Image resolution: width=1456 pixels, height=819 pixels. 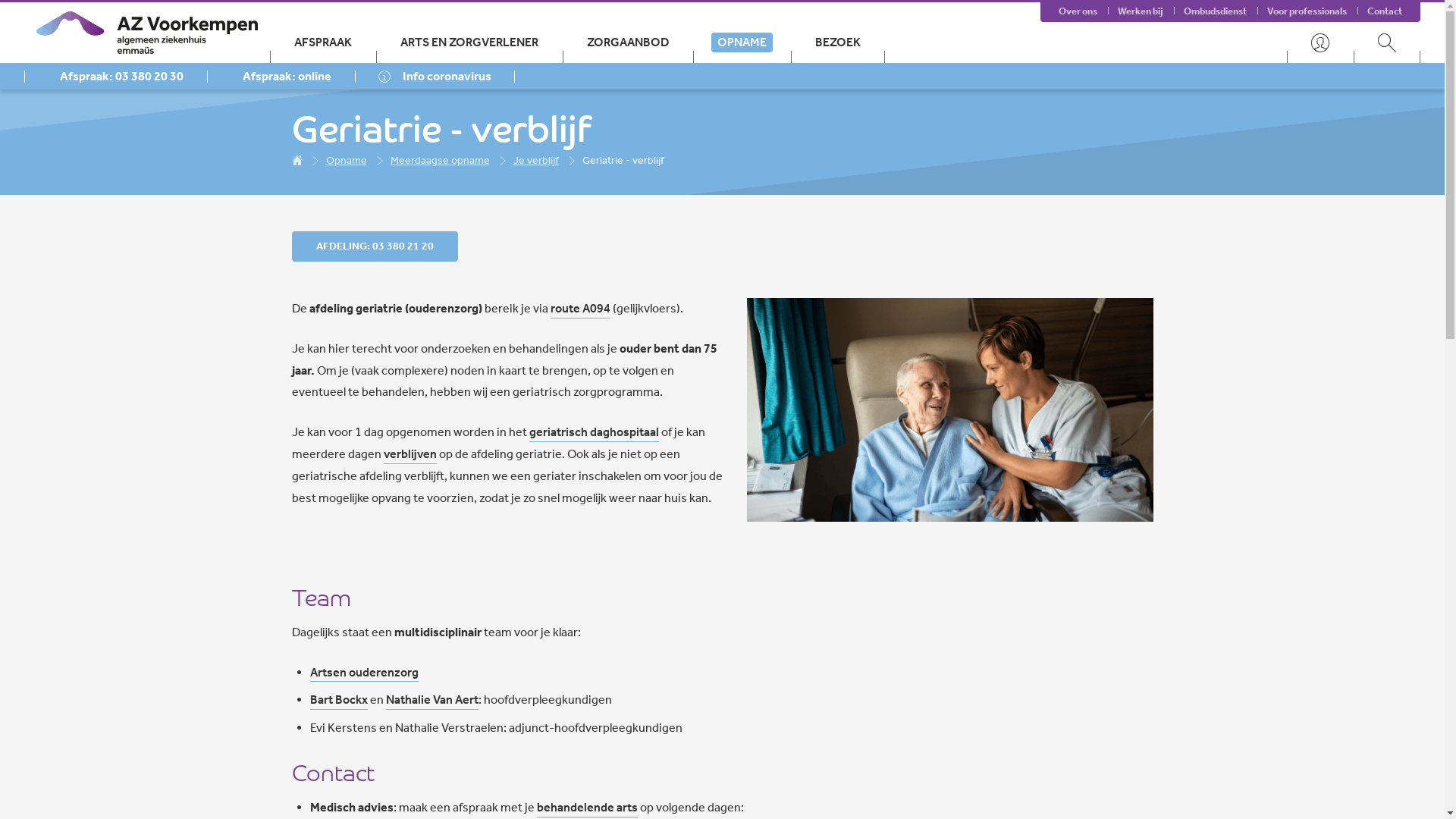 I want to click on 'Meerdaagse opname', so click(x=438, y=160).